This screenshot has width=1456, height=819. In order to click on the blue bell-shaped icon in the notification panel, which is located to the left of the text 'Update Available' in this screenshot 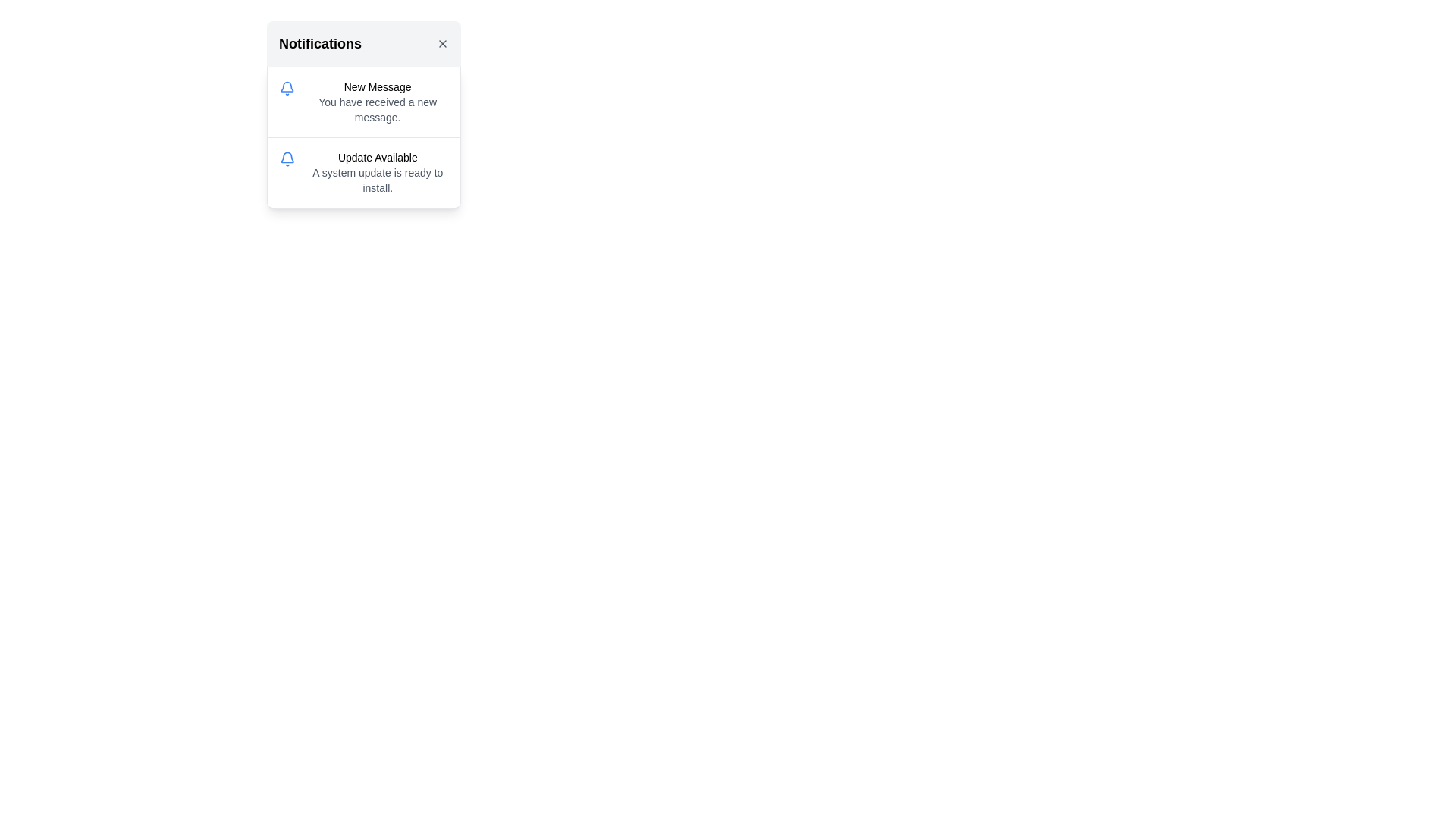, I will do `click(287, 88)`.